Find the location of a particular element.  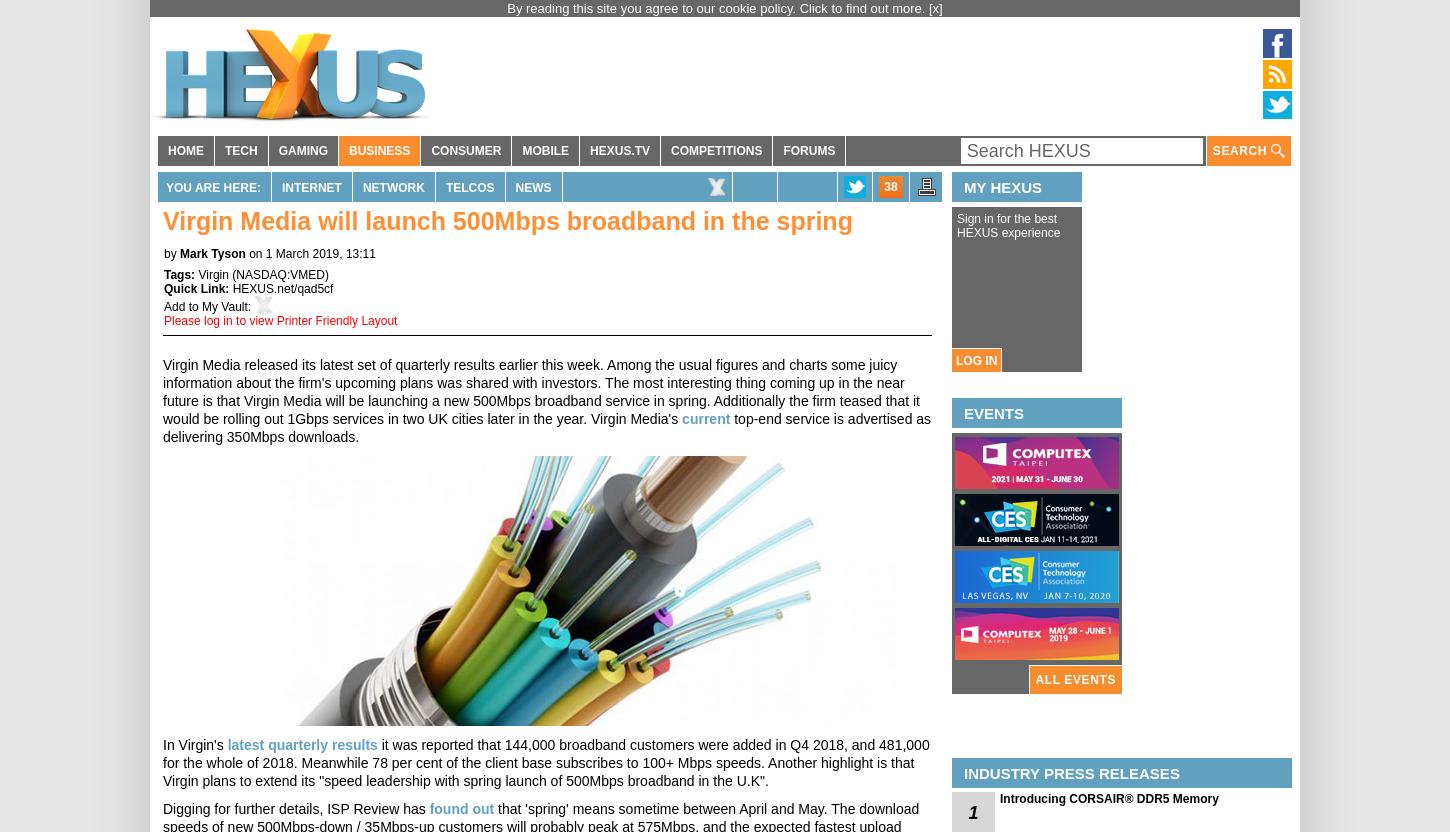

'COMPETITIONS' is located at coordinates (715, 151).